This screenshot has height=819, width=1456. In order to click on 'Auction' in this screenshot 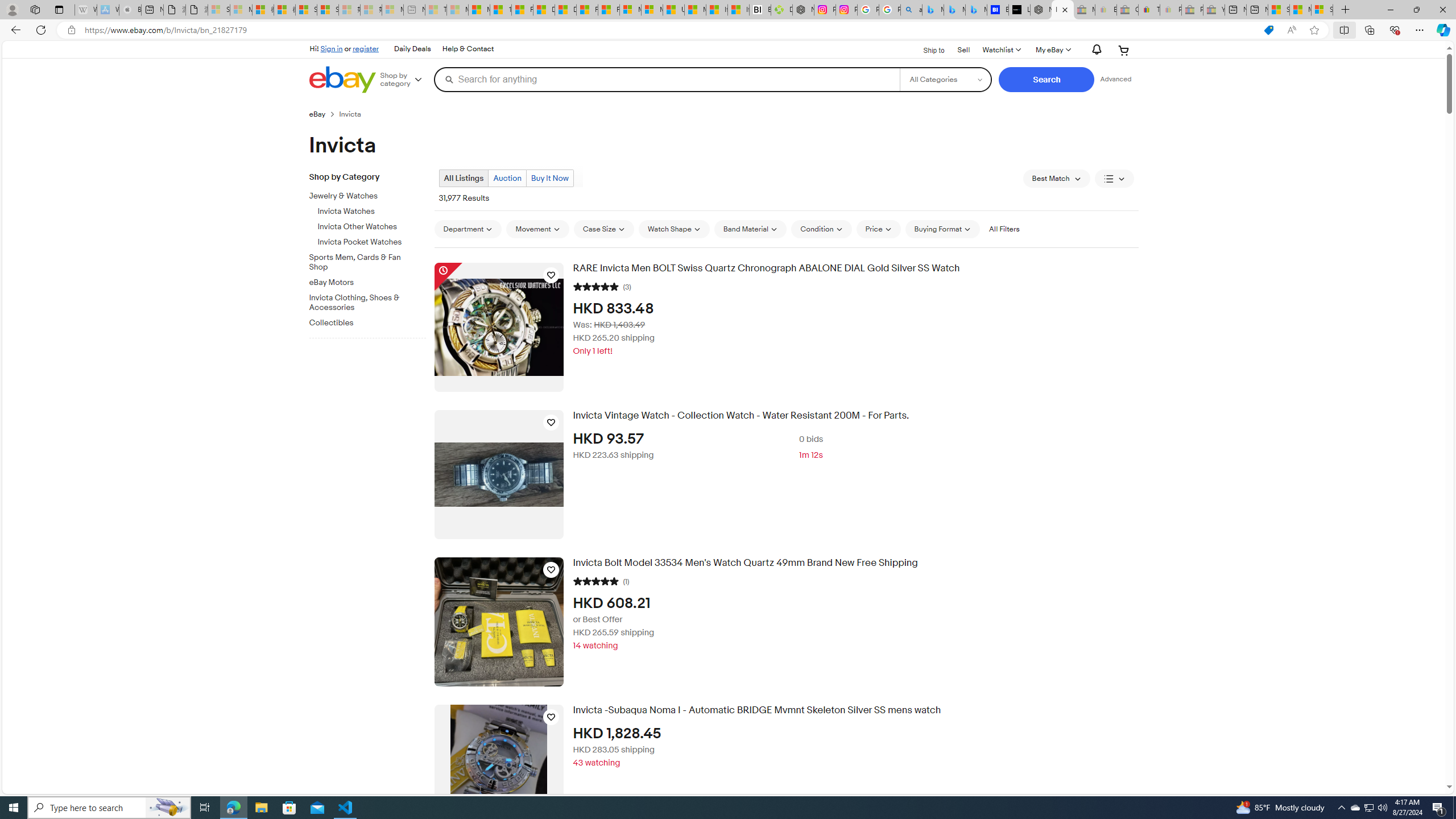, I will do `click(506, 178)`.